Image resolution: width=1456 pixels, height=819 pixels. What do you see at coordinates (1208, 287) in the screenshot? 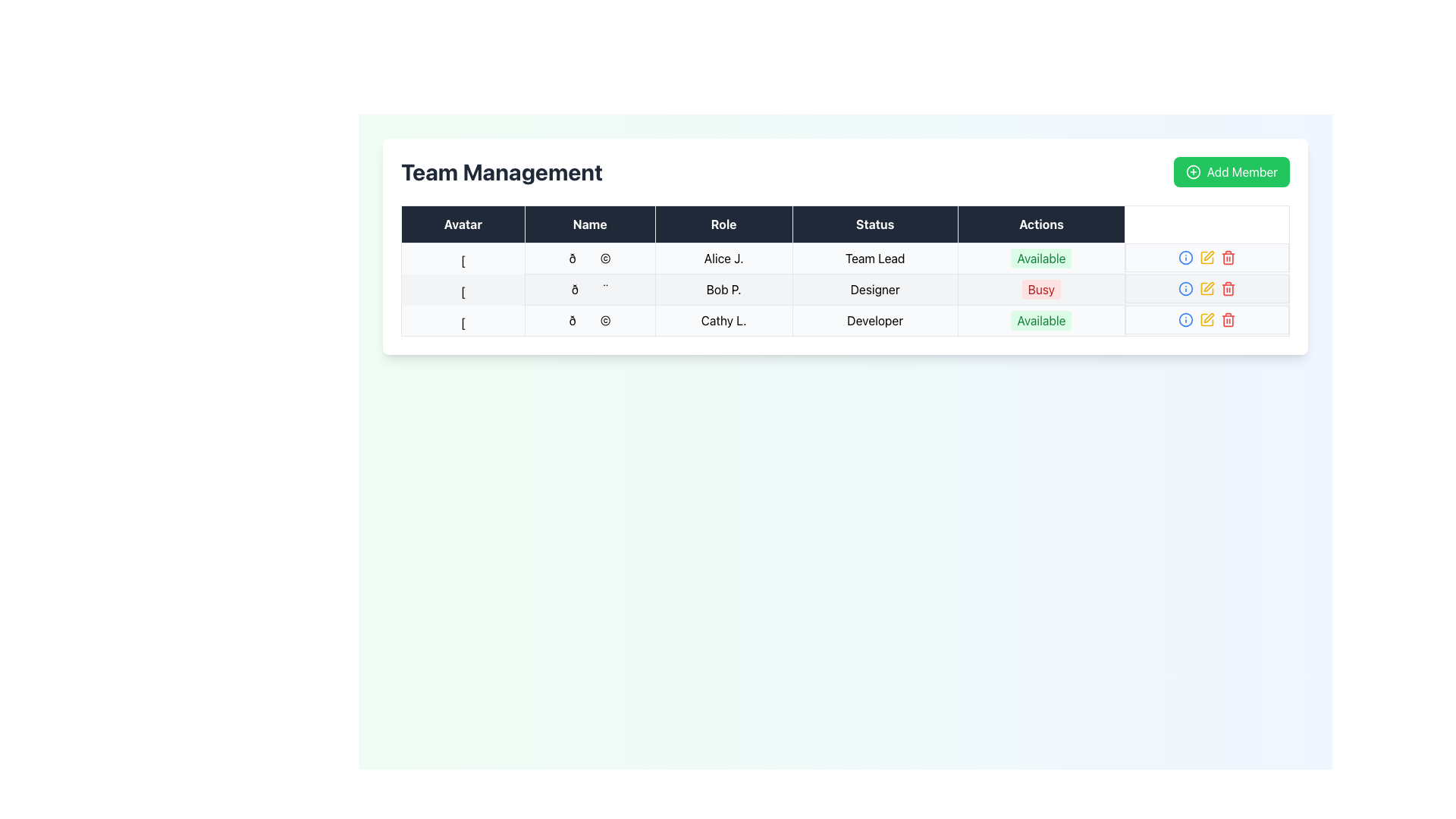
I see `the pen icon button in the 'Actions' column for the row associated with 'Bob P.'` at bounding box center [1208, 287].